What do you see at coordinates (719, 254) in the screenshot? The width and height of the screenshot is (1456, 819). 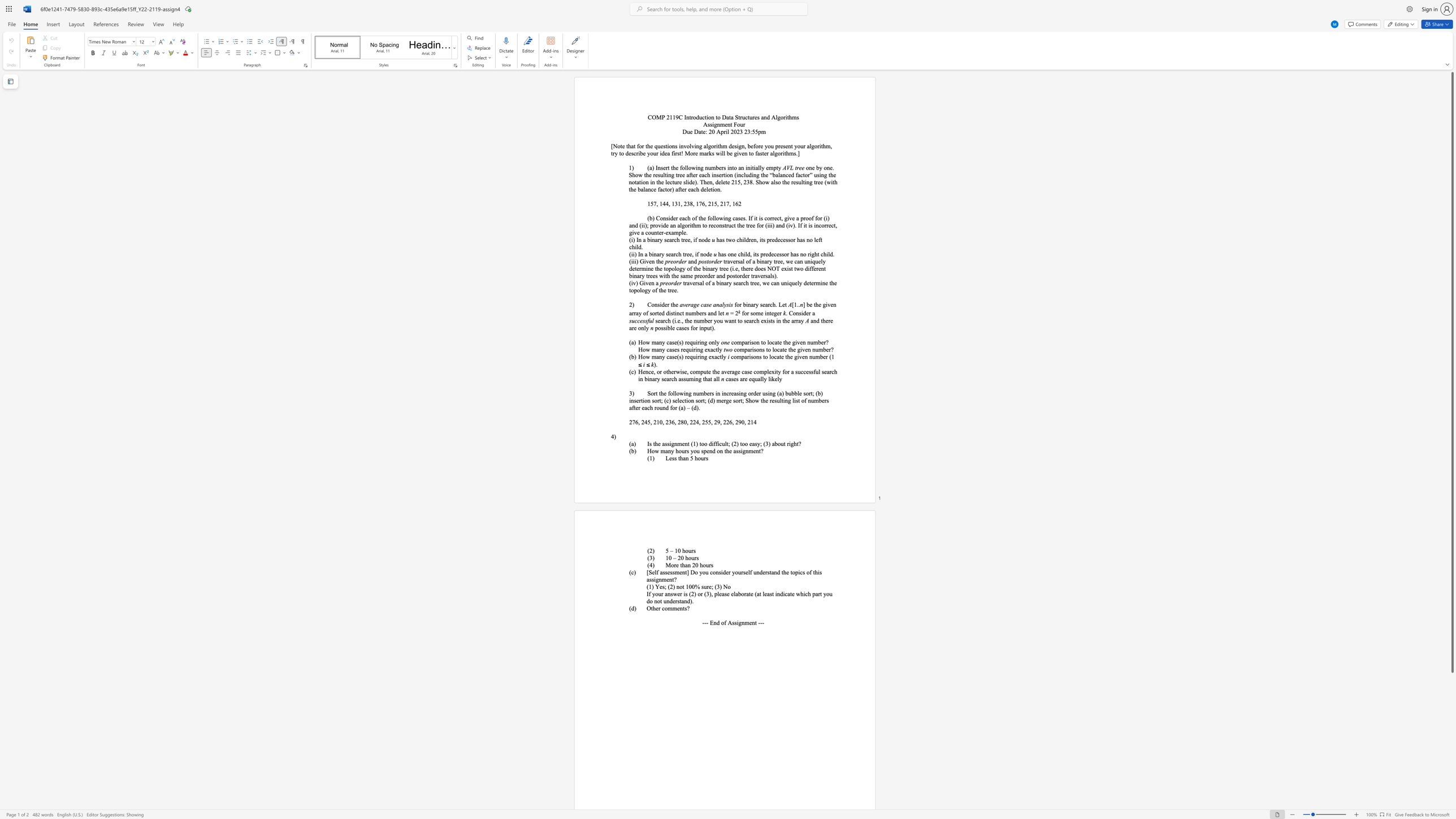 I see `the 1th character "h" in the text` at bounding box center [719, 254].